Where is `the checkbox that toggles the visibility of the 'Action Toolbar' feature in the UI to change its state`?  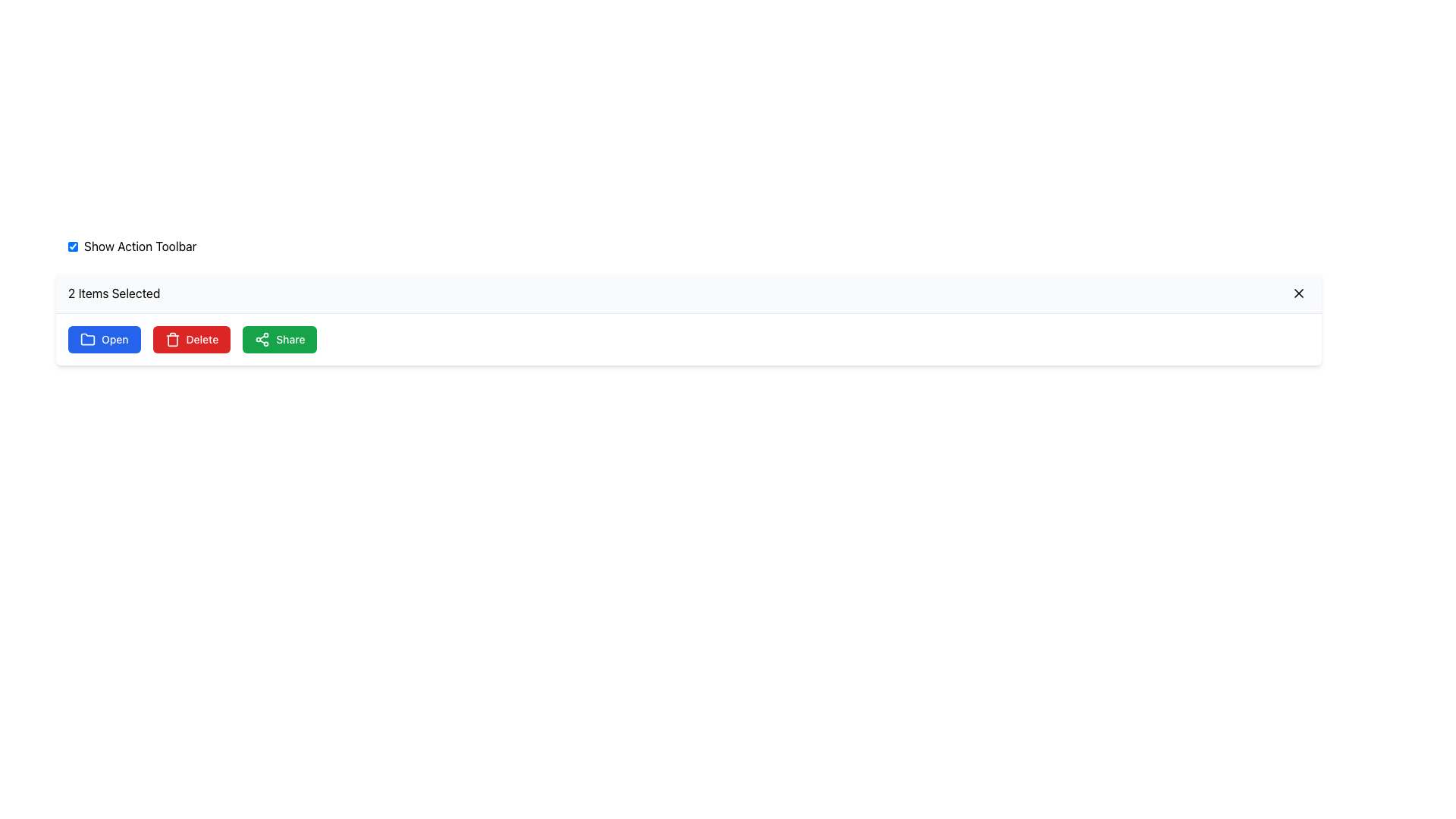 the checkbox that toggles the visibility of the 'Action Toolbar' feature in the UI to change its state is located at coordinates (72, 245).